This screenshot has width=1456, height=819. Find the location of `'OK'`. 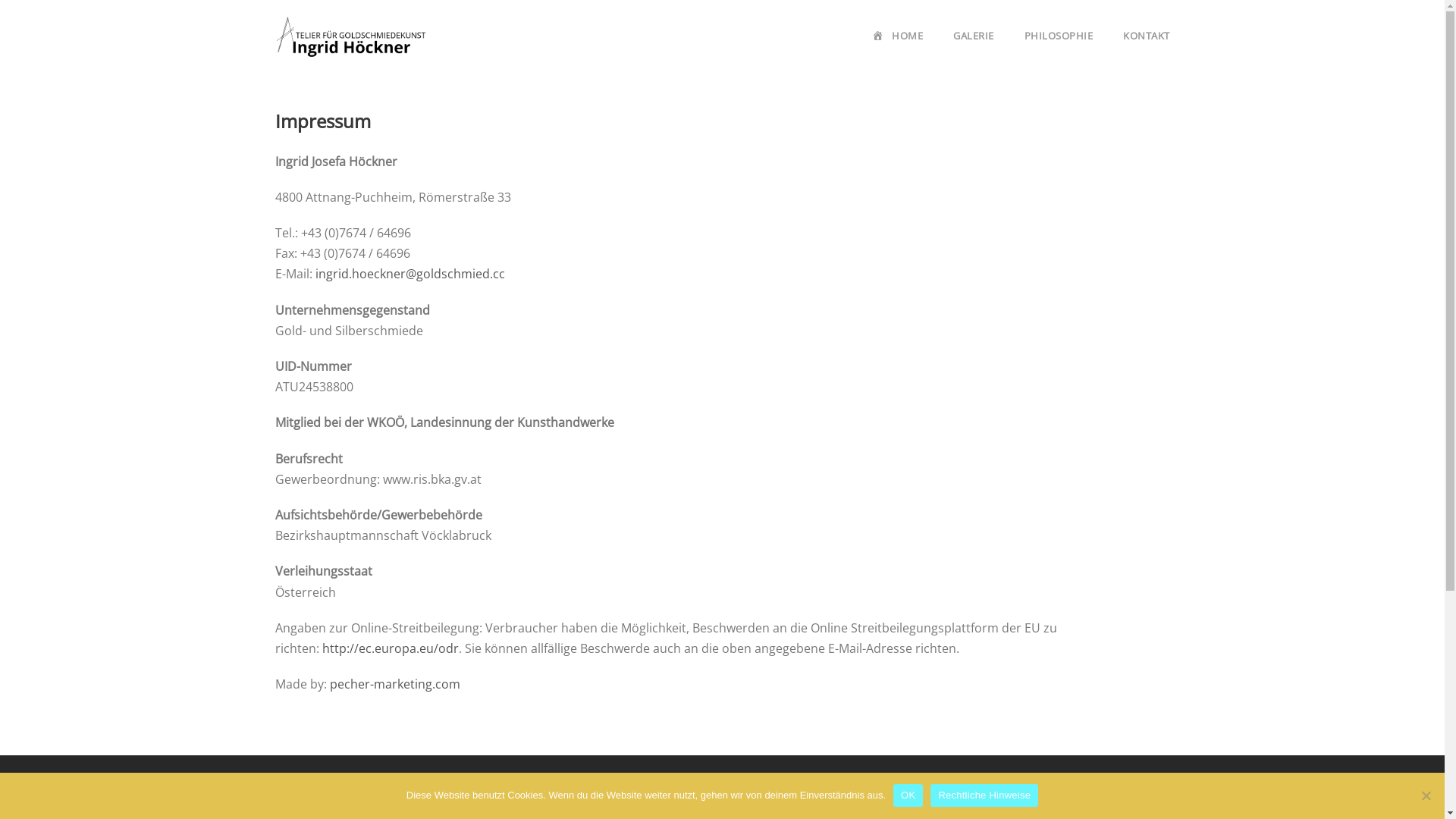

'OK' is located at coordinates (893, 795).